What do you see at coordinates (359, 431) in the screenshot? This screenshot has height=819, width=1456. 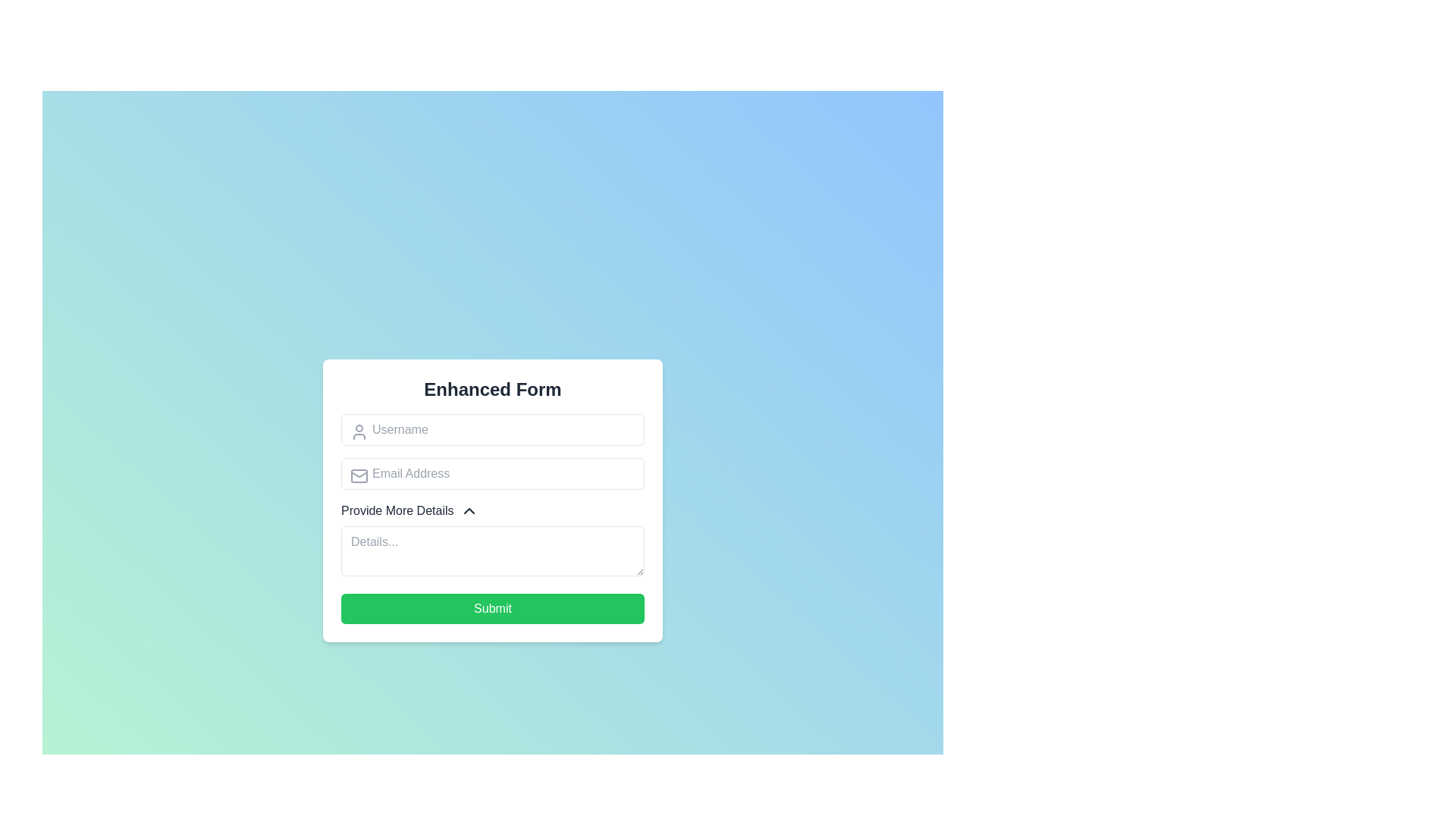 I see `the user profile icon located to the left of the username input field, which features a circular head and a semi-circular body in a grayscale palette` at bounding box center [359, 431].